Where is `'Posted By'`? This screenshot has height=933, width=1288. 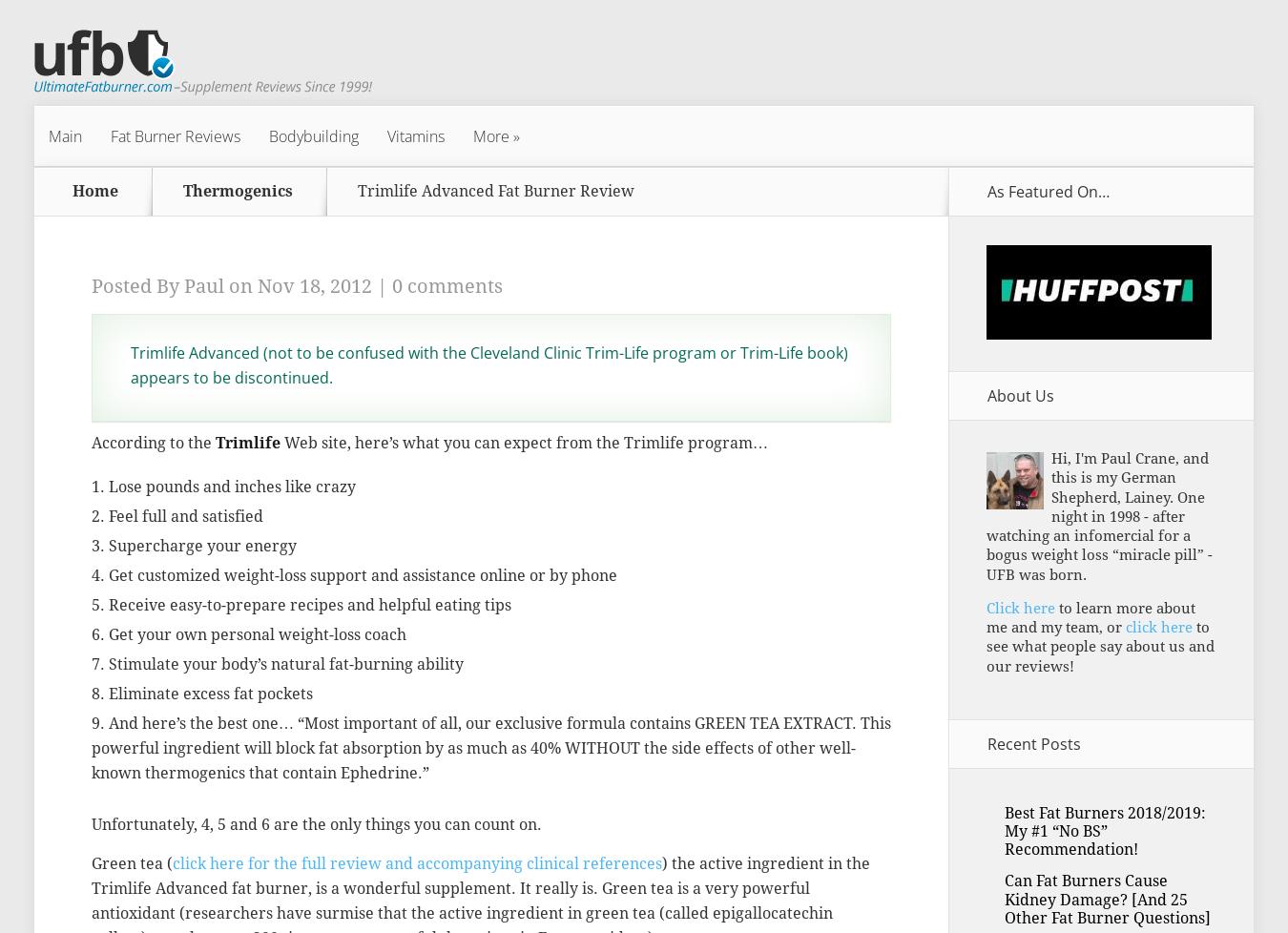
'Posted By' is located at coordinates (137, 284).